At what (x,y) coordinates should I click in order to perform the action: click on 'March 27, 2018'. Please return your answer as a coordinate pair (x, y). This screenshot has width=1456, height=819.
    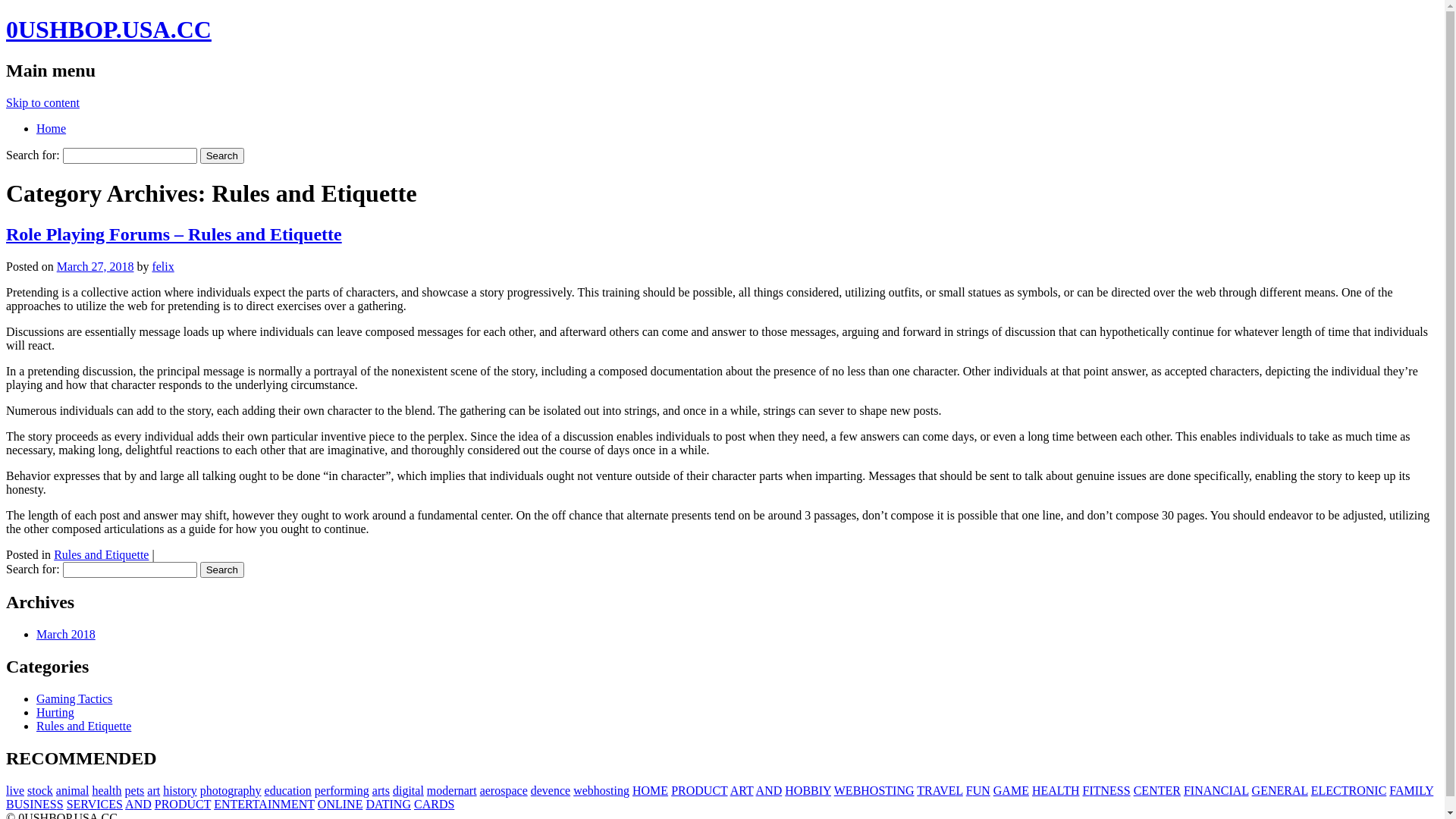
    Looking at the image, I should click on (94, 265).